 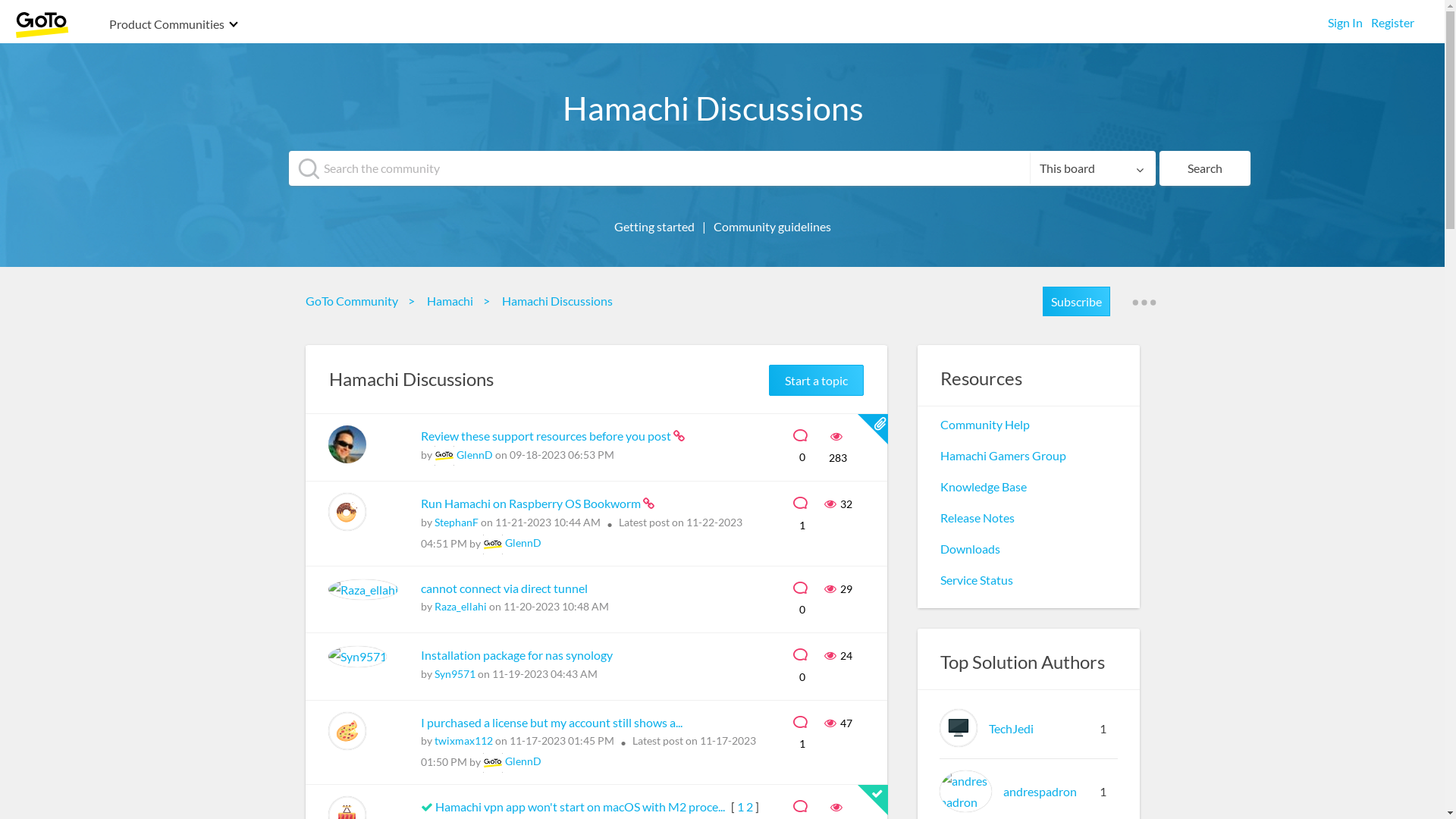 What do you see at coordinates (1143, 302) in the screenshot?
I see `'Options'` at bounding box center [1143, 302].